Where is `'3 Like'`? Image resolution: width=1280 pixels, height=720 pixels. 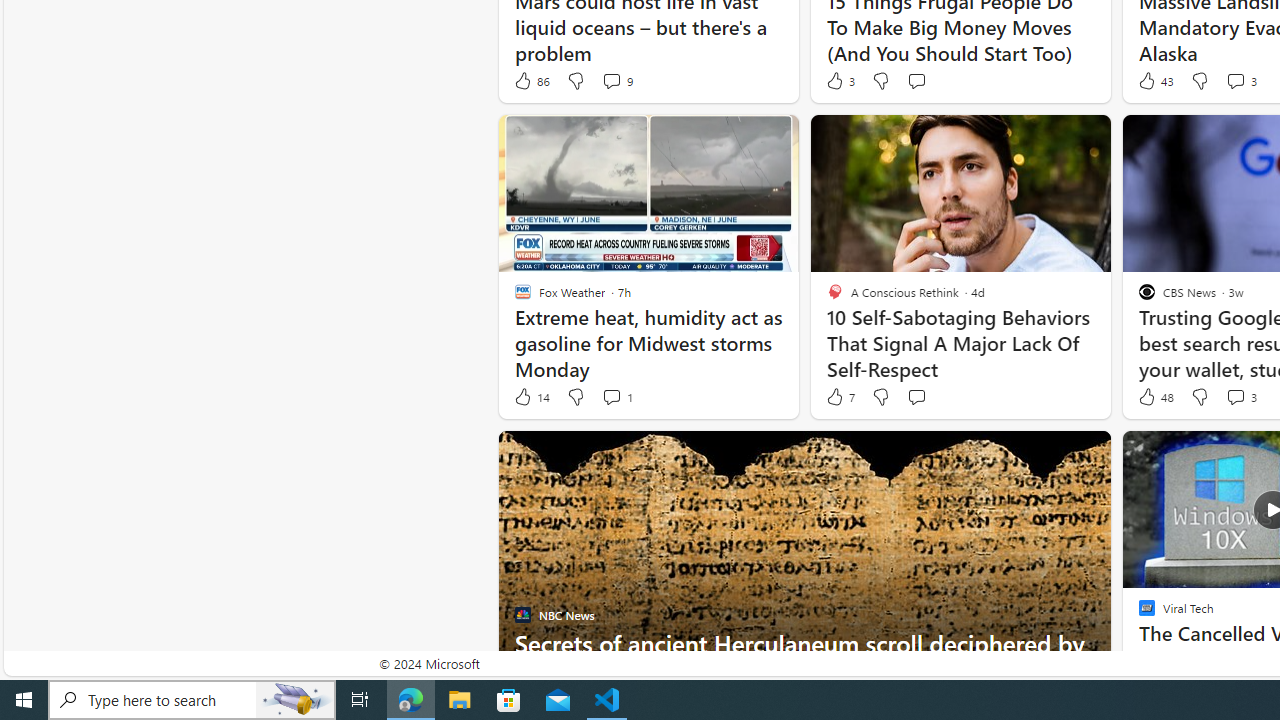 '3 Like' is located at coordinates (839, 80).